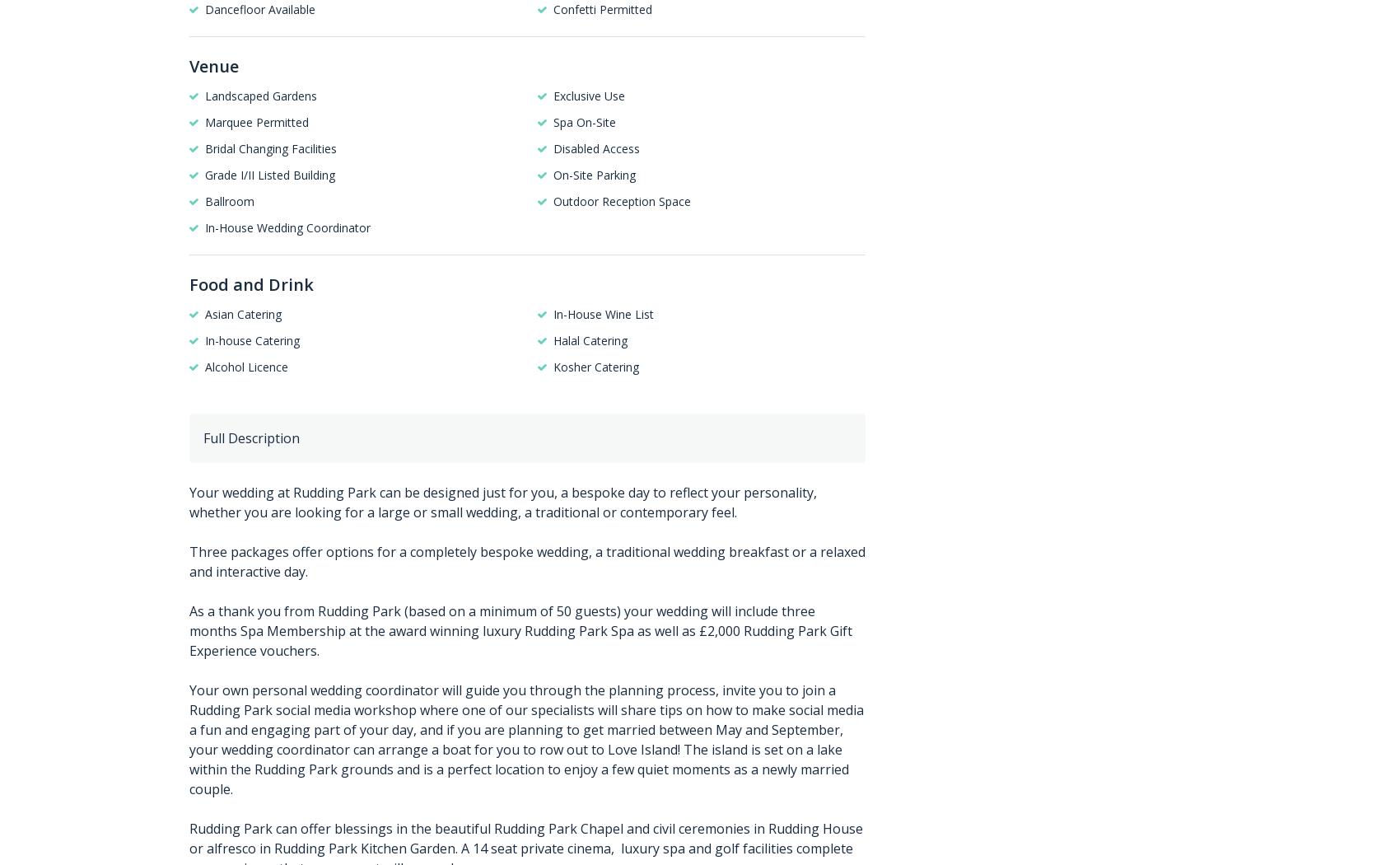 The height and width of the screenshot is (865, 1400). I want to click on 'Halal Catering', so click(590, 339).